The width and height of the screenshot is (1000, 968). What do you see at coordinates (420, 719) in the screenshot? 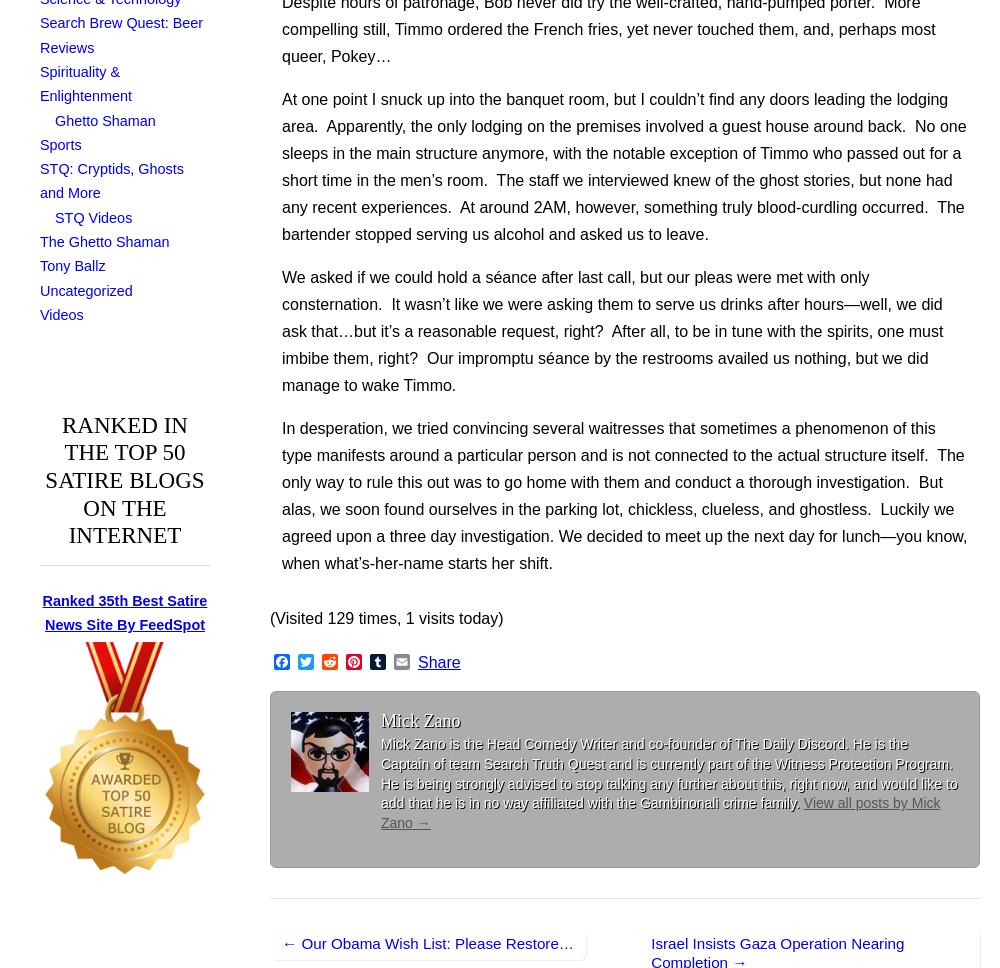
I see `'Mick Zano'` at bounding box center [420, 719].